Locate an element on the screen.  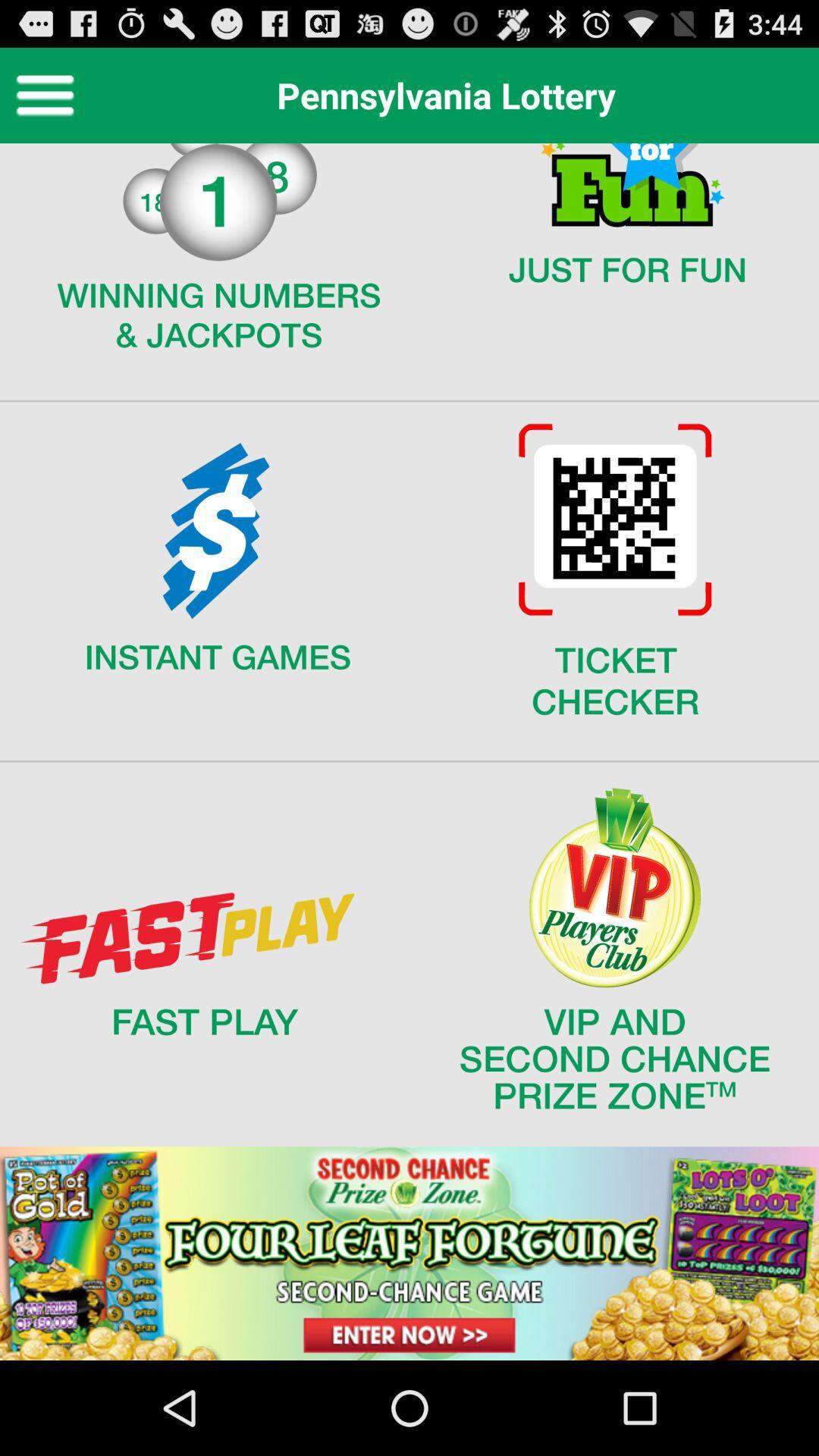
different pages is located at coordinates (409, 752).